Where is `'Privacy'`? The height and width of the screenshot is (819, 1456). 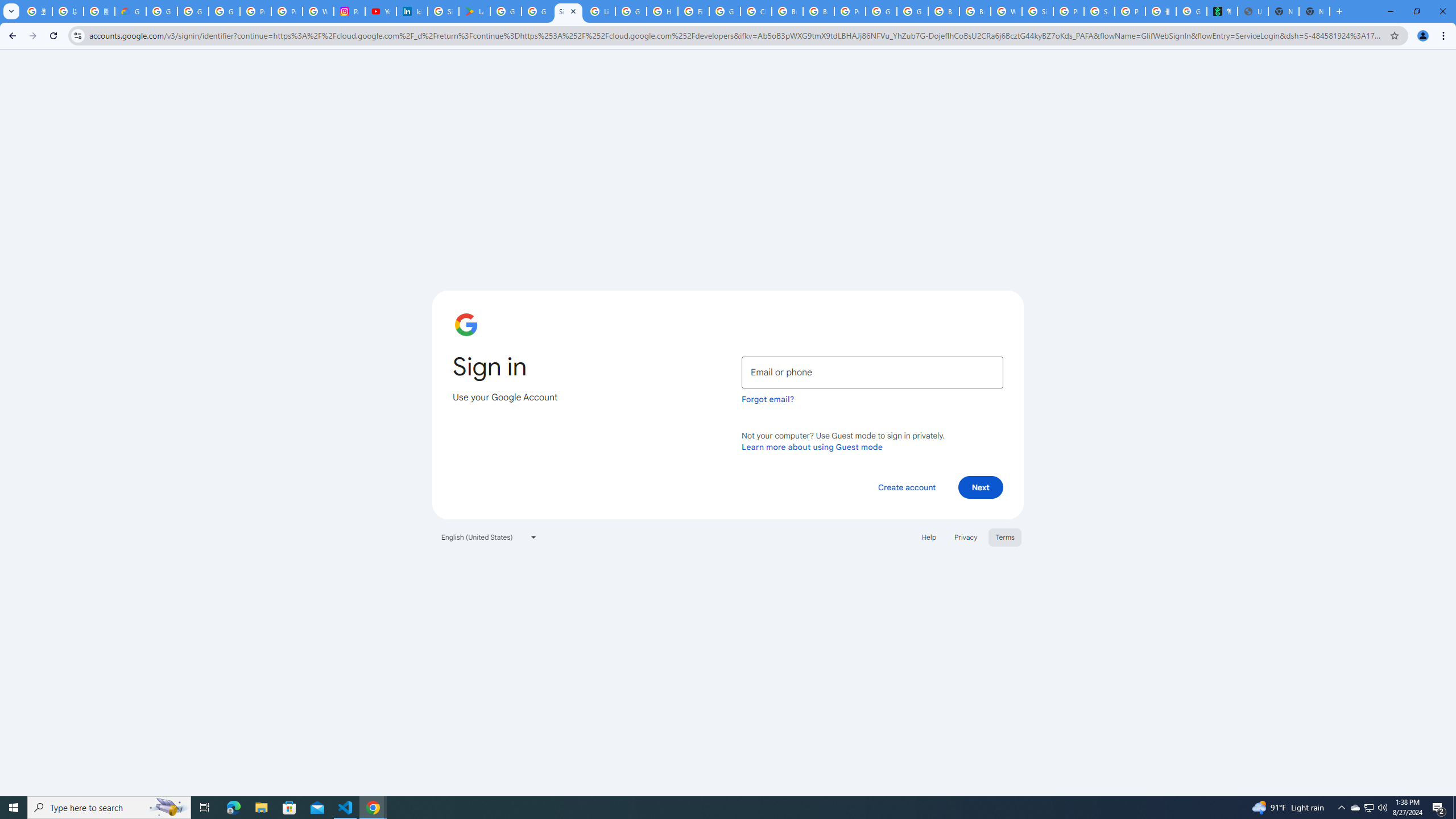
'Privacy' is located at coordinates (965, 536).